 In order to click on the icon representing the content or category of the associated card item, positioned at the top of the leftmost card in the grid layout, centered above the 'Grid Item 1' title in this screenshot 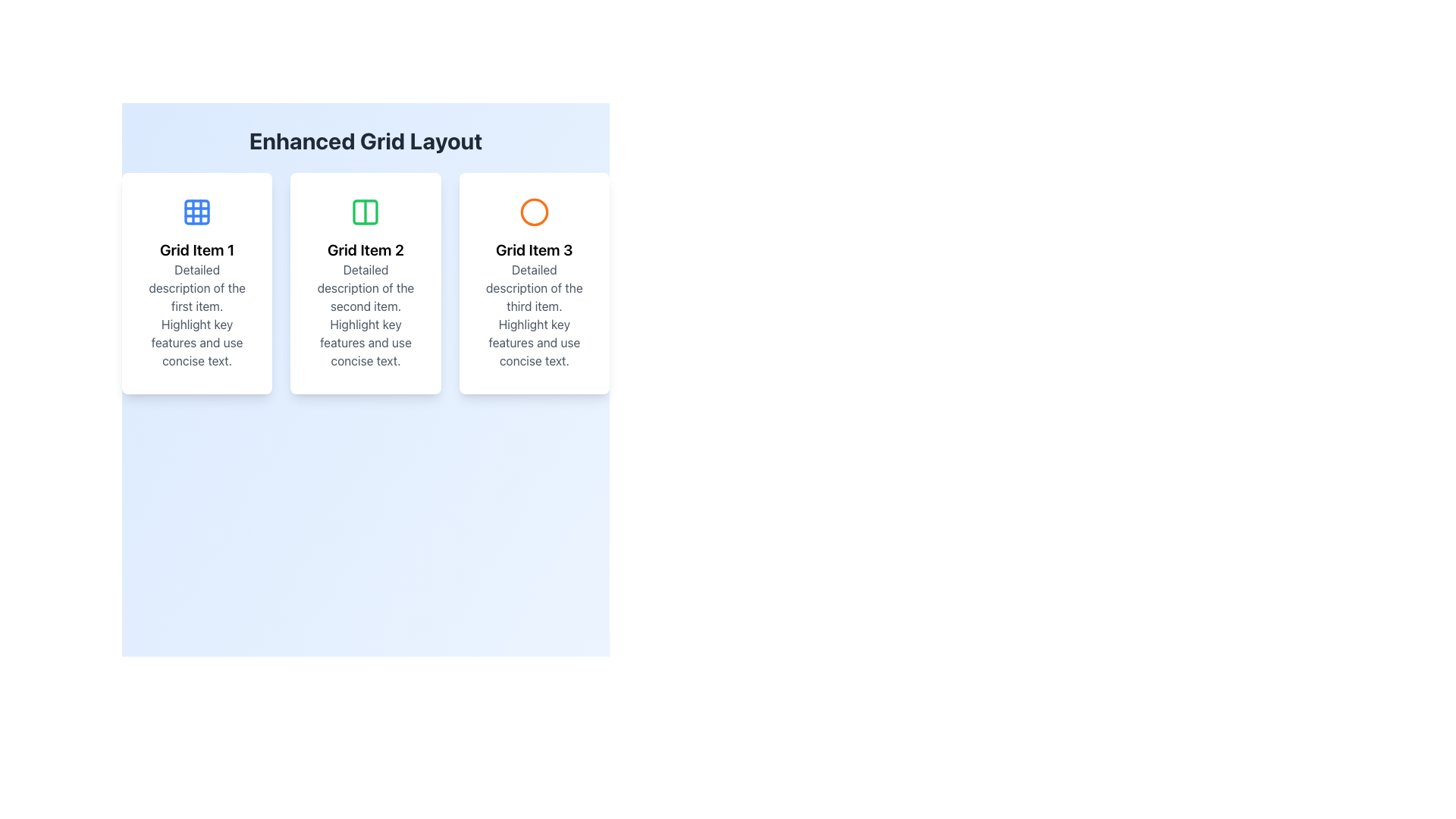, I will do `click(196, 212)`.